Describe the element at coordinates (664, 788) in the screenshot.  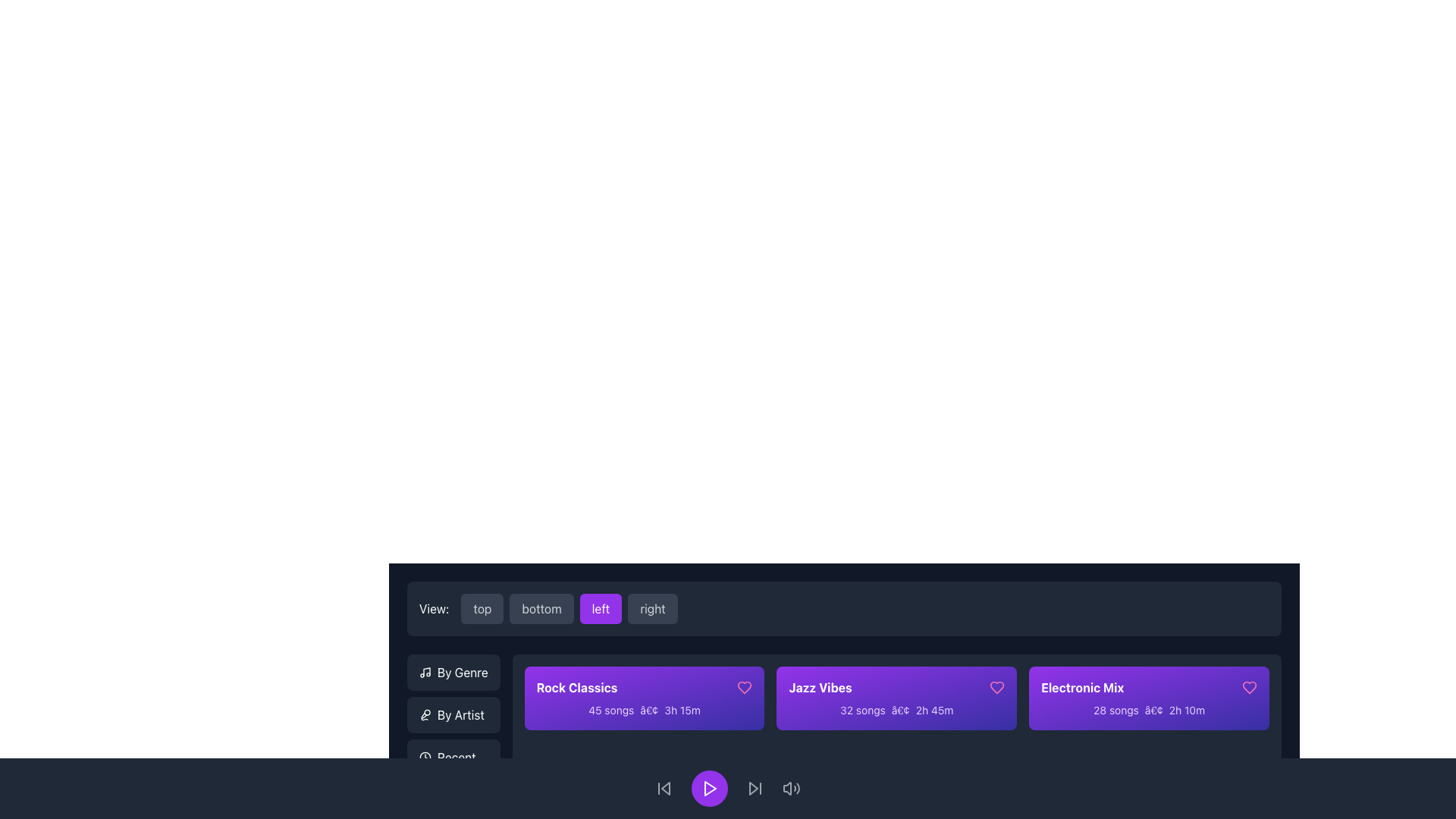
I see `the Icon Button positioned in the bottom control bar, specifically the first control icon to the left of the play button, to skip to the previous track` at that location.